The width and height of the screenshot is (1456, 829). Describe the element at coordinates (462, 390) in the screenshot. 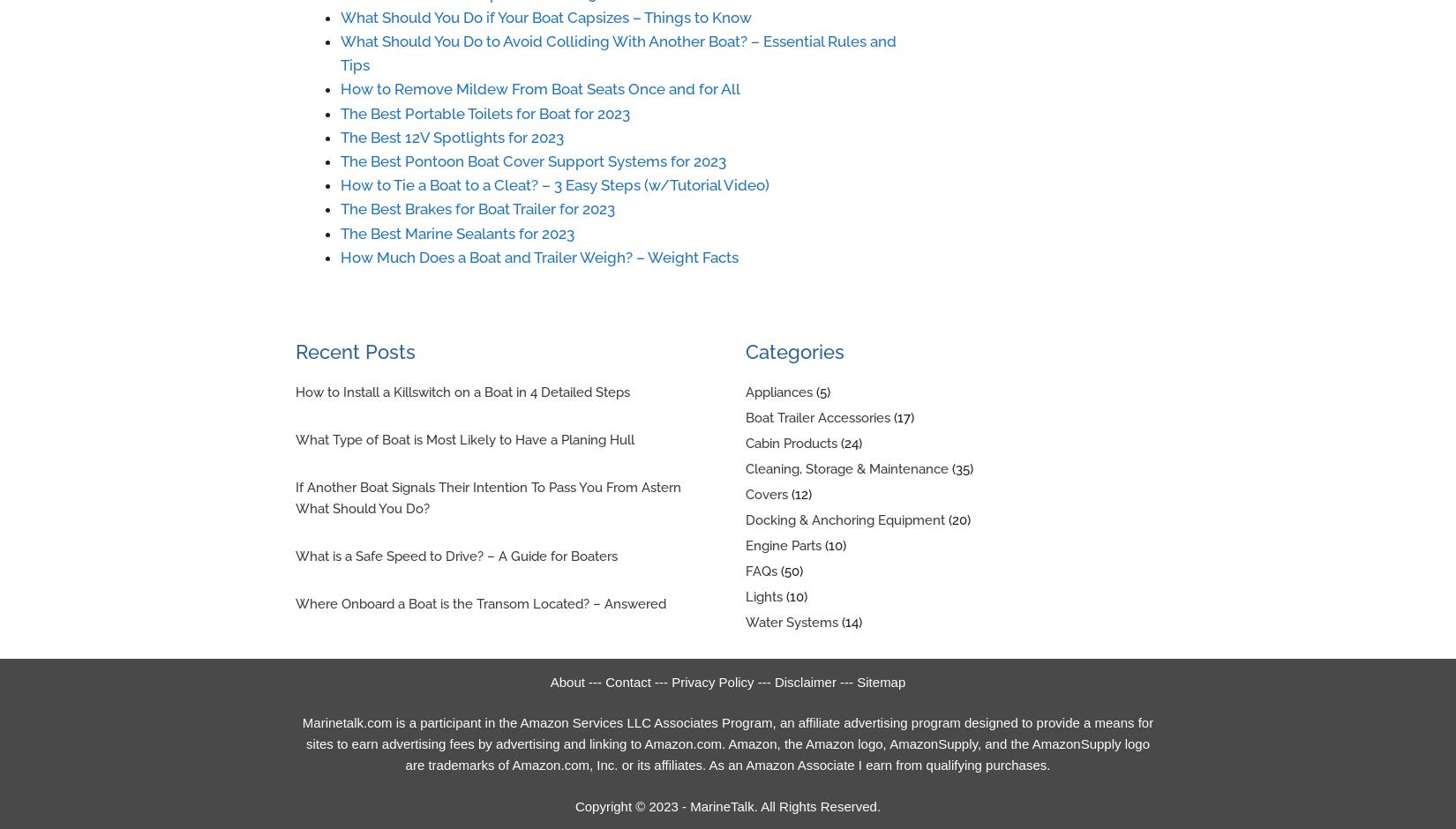

I see `'How to Install a Killswitch on a Boat in 4 Detailed Steps'` at that location.